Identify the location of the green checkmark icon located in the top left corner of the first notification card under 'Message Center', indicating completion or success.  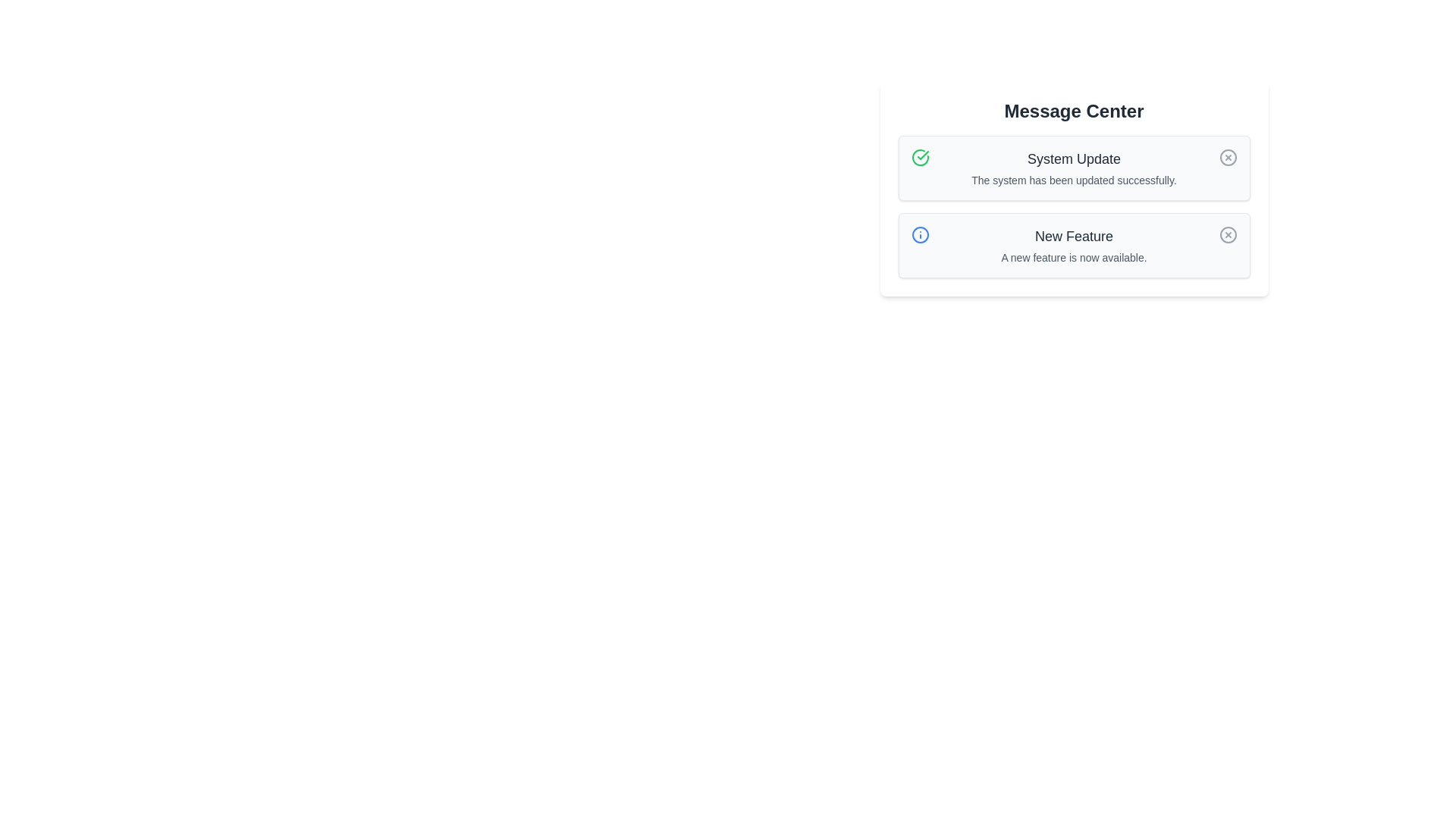
(922, 155).